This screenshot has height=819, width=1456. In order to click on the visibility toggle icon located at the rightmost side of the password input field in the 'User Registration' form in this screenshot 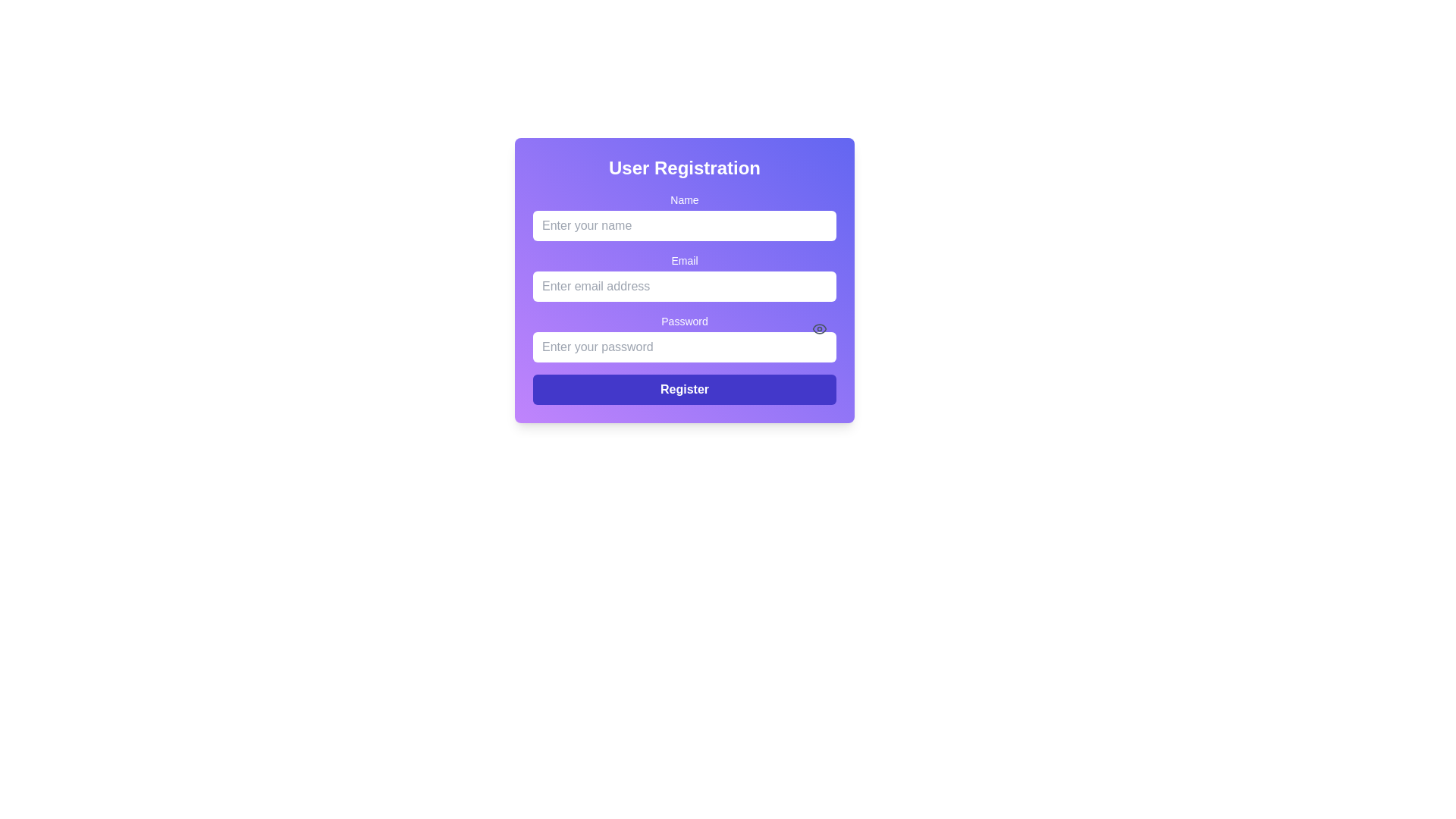, I will do `click(818, 328)`.